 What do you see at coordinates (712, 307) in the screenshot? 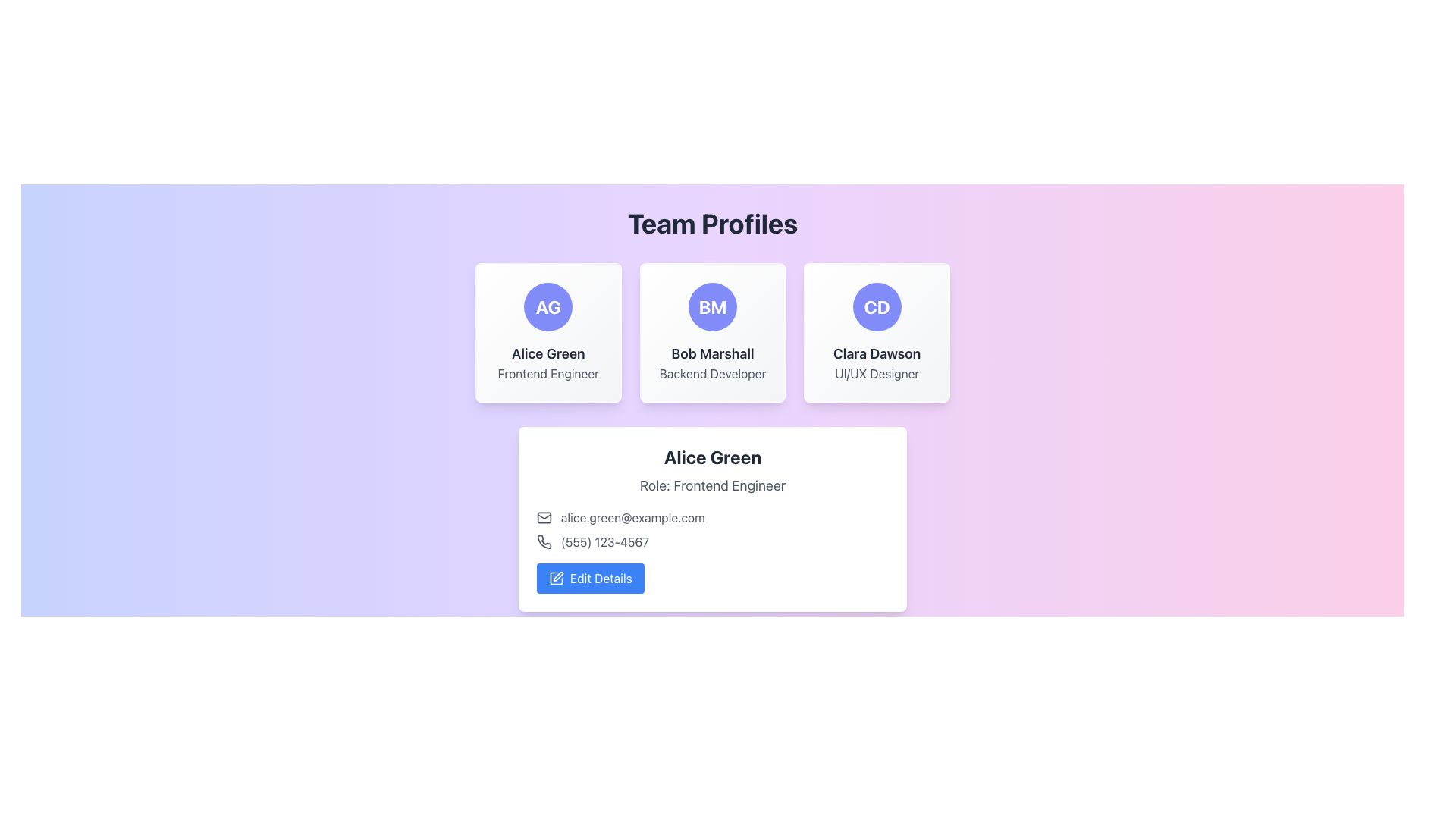
I see `the circular badge with light indigo background containing bold white text 'BM', located in the middle profile card of the 'Team Profiles' section, directly above 'Bob Marshall', the 'Backend Developer'` at bounding box center [712, 307].